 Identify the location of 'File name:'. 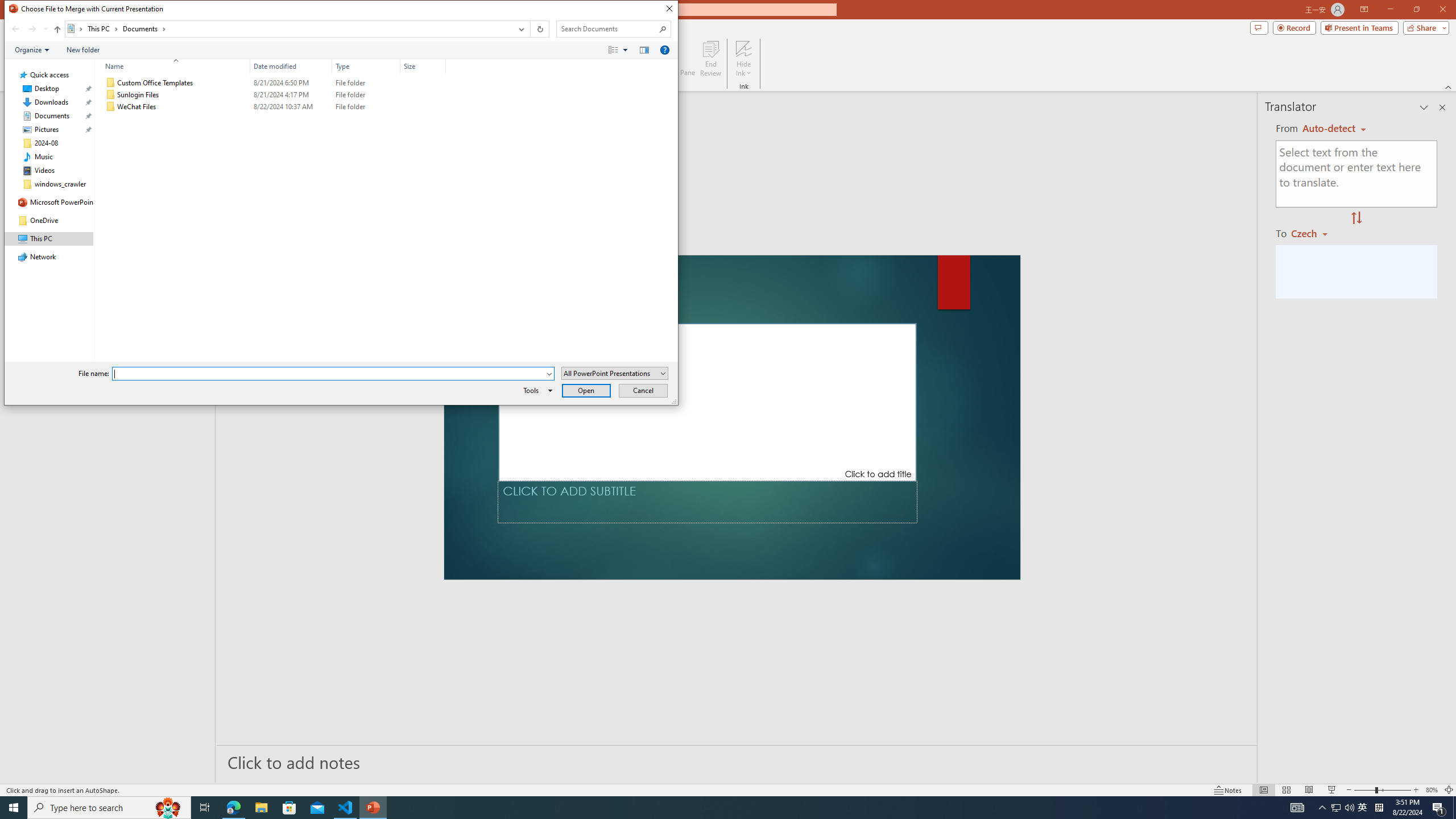
(333, 373).